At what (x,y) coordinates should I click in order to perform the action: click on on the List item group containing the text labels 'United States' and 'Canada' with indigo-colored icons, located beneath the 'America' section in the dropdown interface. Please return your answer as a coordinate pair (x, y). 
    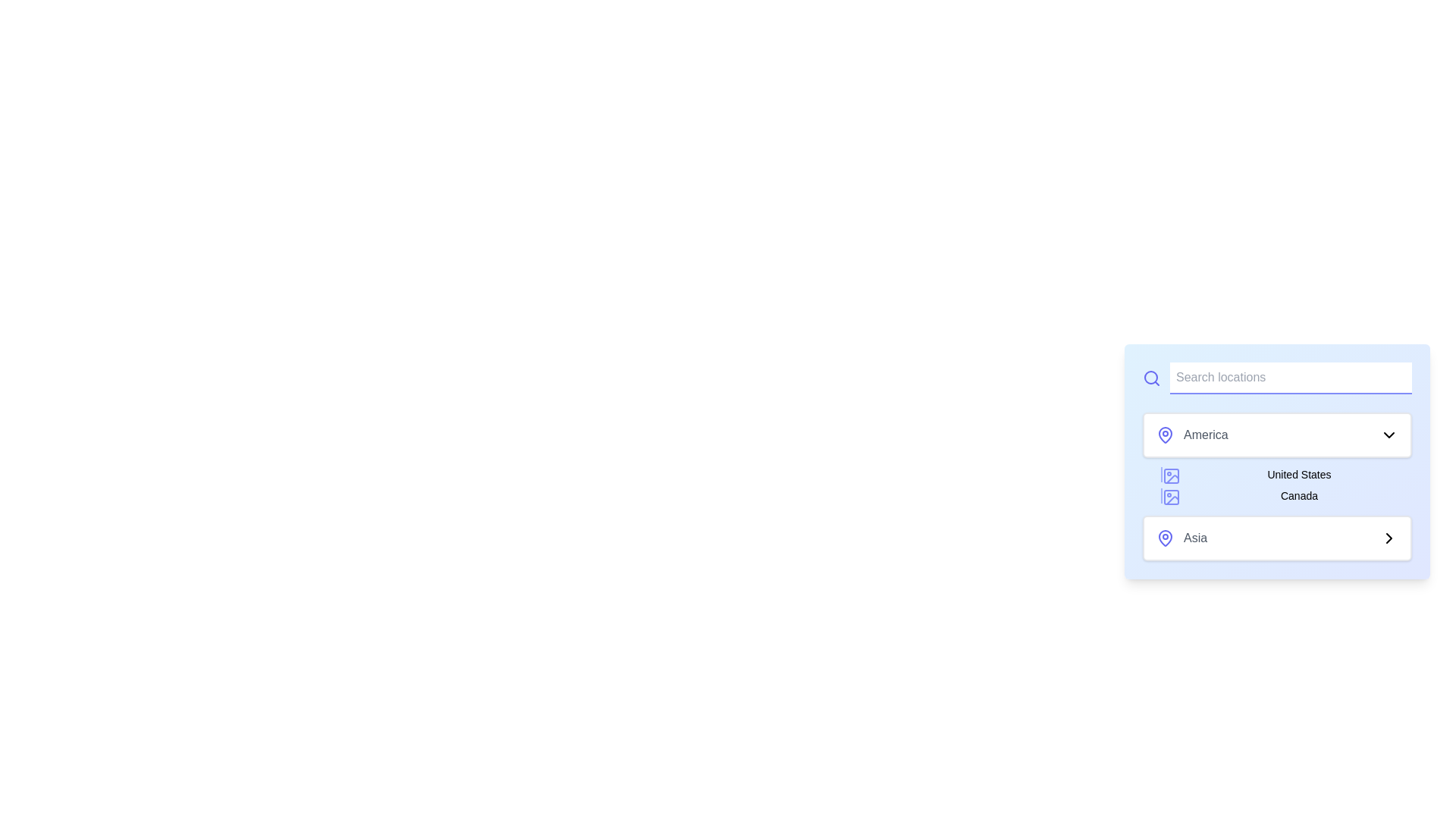
    Looking at the image, I should click on (1276, 485).